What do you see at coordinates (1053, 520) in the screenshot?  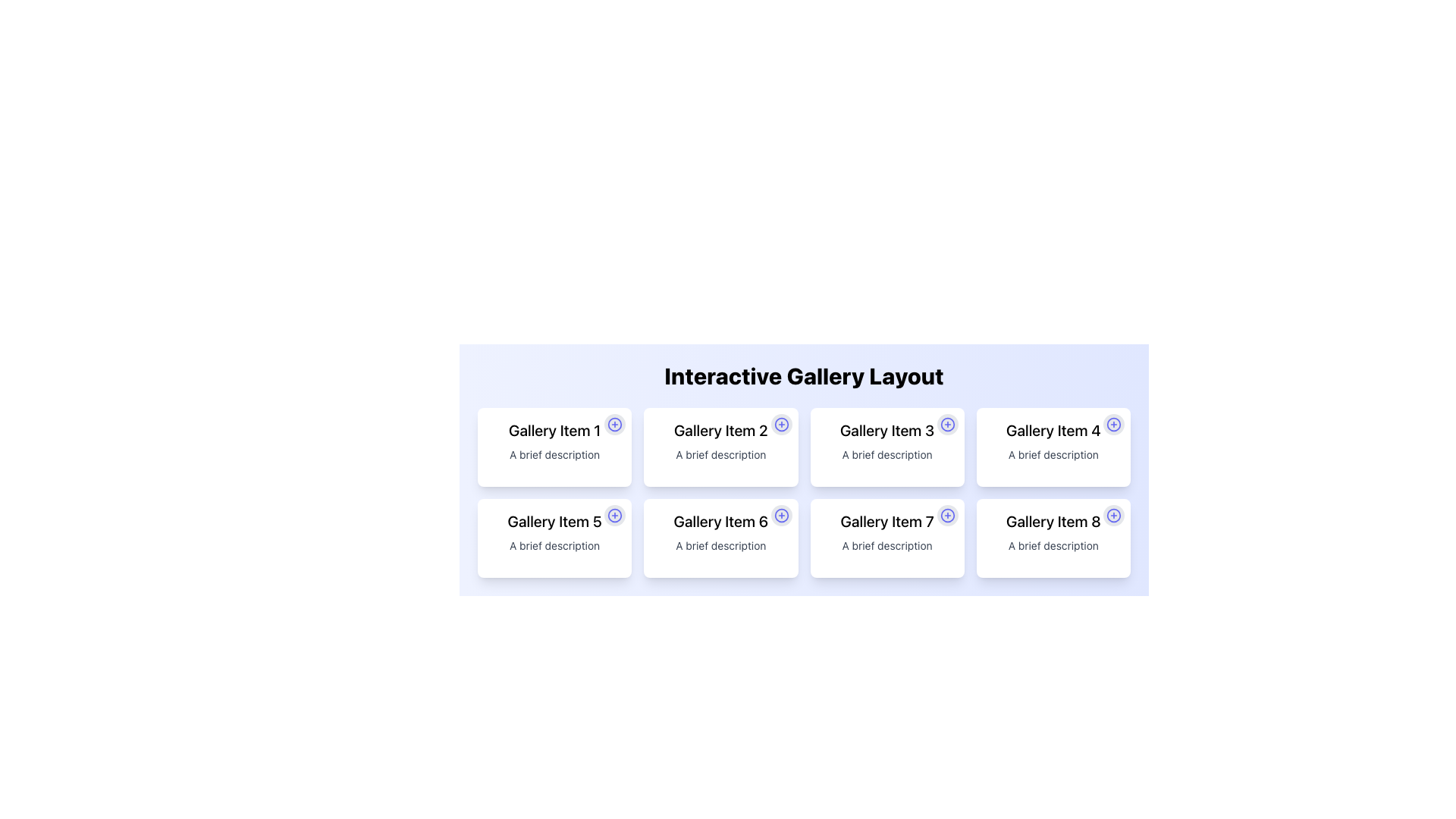 I see `the title text label of the card labeled 'Gallery Item 8', which is positioned at the top inside the card in the bottom-right corner of an 8-card grid layout` at bounding box center [1053, 520].